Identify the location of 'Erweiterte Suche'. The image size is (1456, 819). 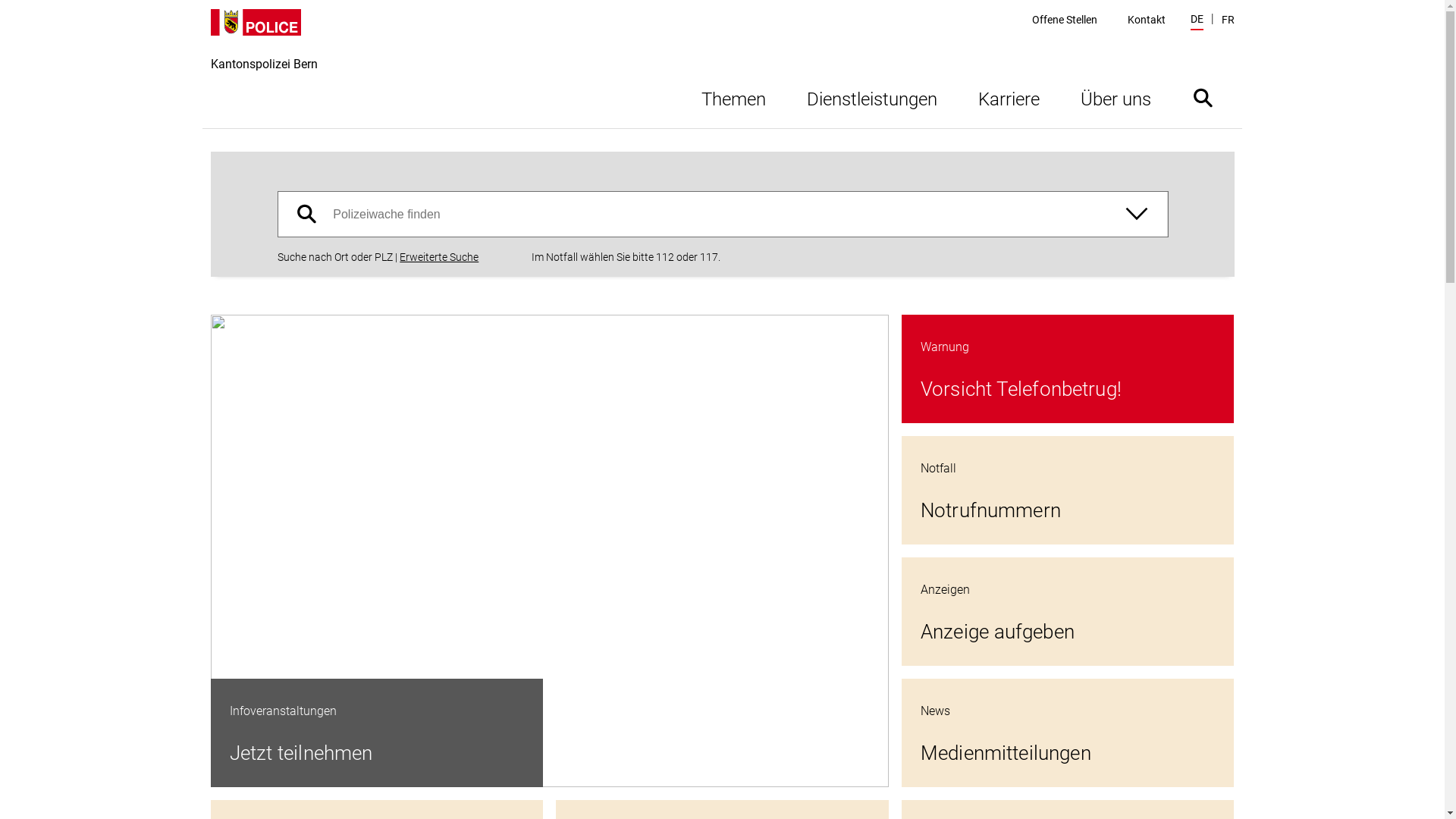
(438, 256).